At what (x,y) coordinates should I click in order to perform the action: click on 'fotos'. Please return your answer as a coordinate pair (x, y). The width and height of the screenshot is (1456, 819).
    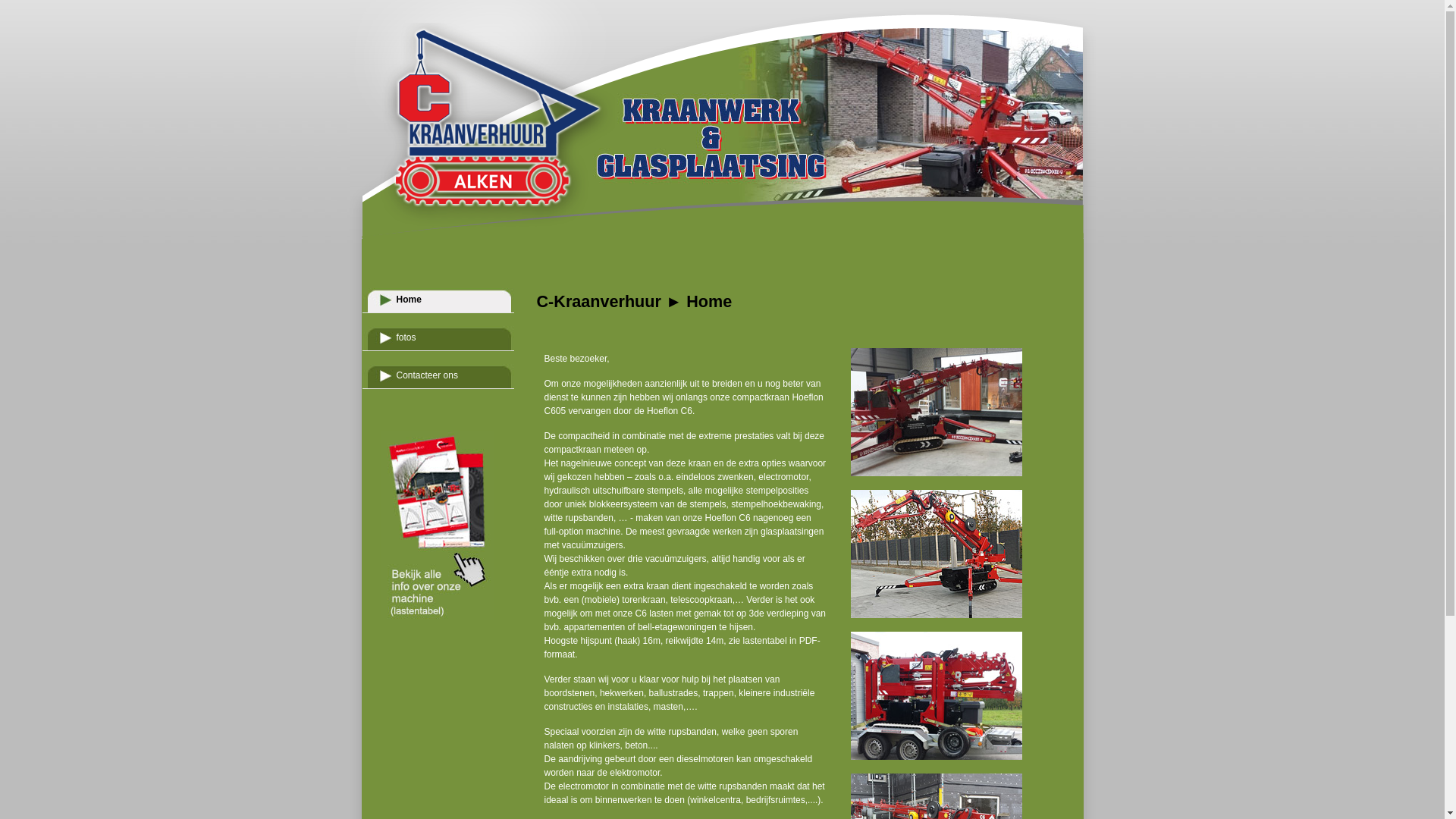
    Looking at the image, I should click on (437, 337).